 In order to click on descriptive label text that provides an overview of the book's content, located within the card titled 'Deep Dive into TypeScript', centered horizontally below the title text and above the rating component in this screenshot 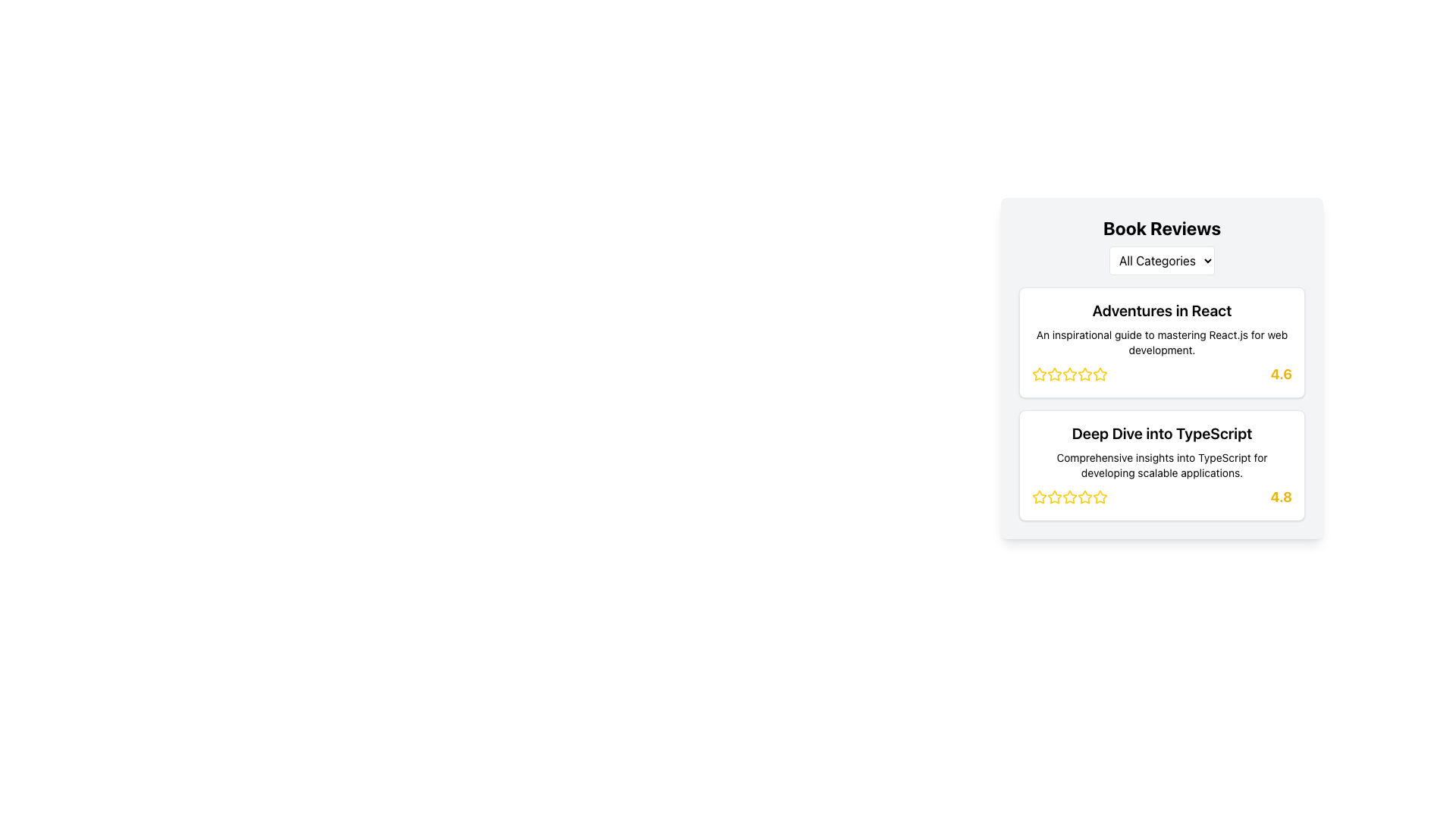, I will do `click(1161, 464)`.